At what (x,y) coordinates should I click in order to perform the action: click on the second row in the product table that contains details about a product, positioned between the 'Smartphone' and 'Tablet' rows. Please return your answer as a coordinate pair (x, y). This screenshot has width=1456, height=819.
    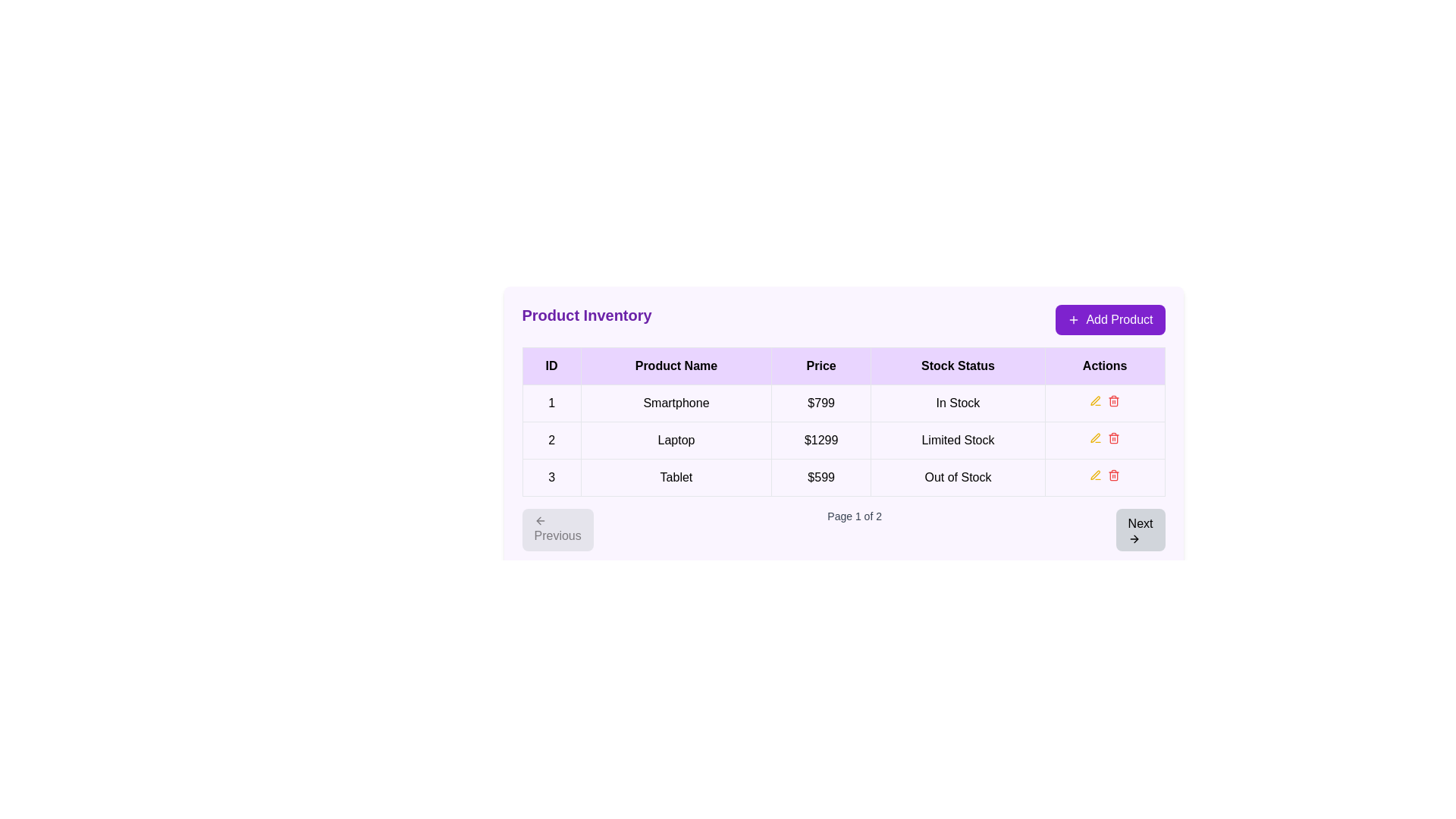
    Looking at the image, I should click on (843, 441).